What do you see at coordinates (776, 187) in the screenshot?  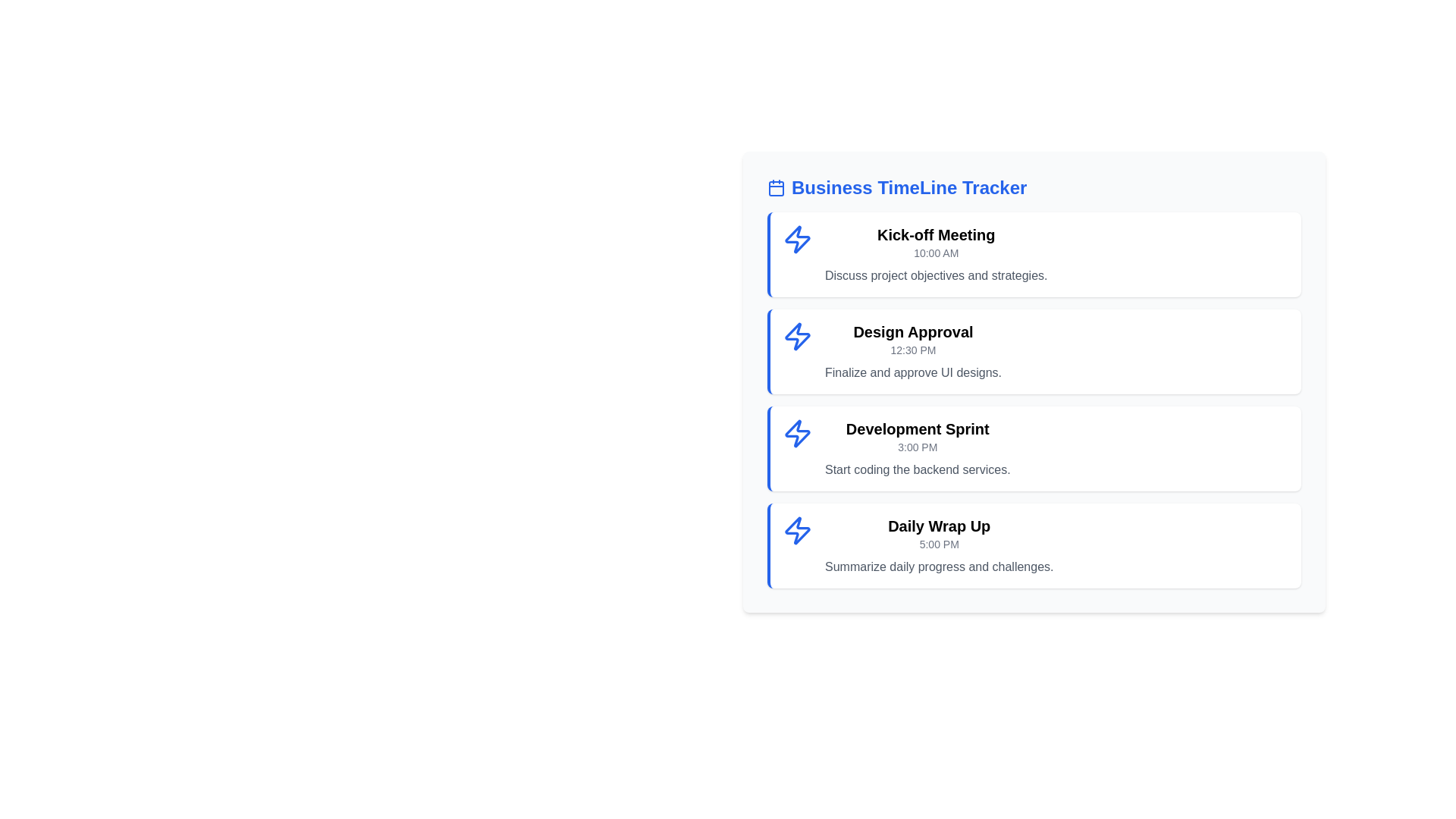 I see `the blue outlined calendar icon located next to the bold blue text 'Business TimeLine Tracker' at the top-left corner of the content area` at bounding box center [776, 187].